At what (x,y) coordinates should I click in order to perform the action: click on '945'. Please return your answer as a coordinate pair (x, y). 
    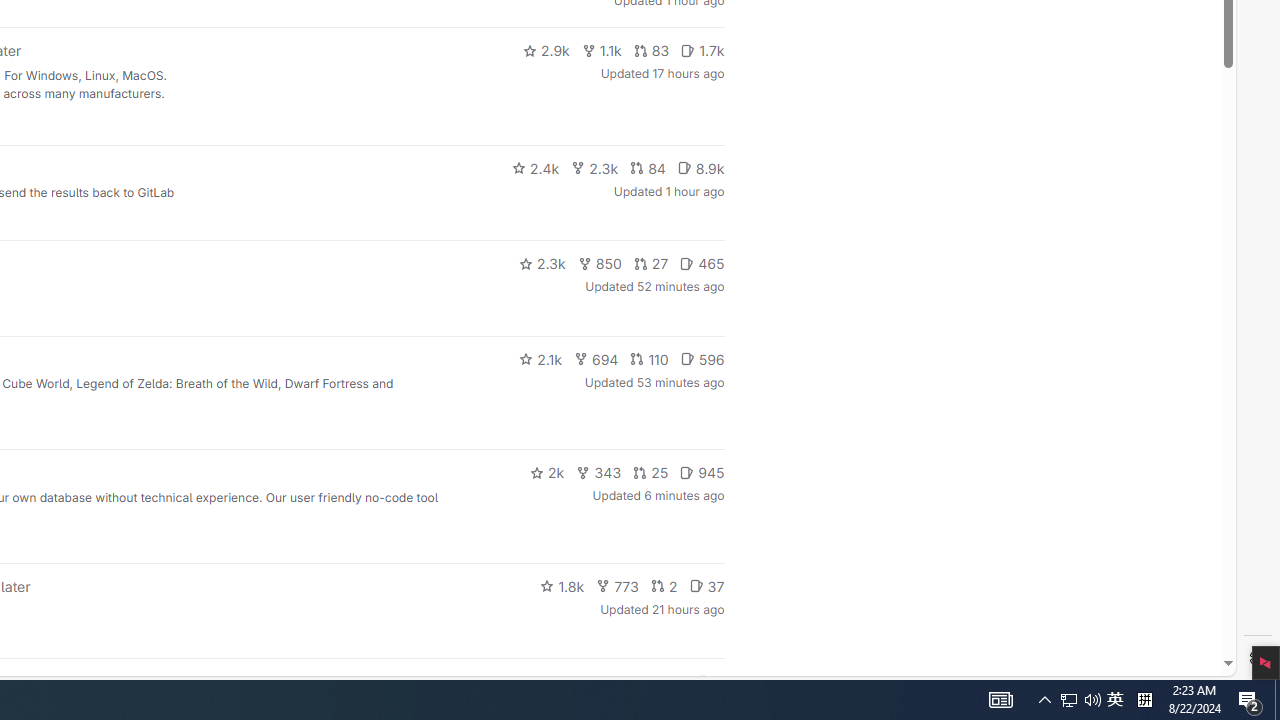
    Looking at the image, I should click on (702, 473).